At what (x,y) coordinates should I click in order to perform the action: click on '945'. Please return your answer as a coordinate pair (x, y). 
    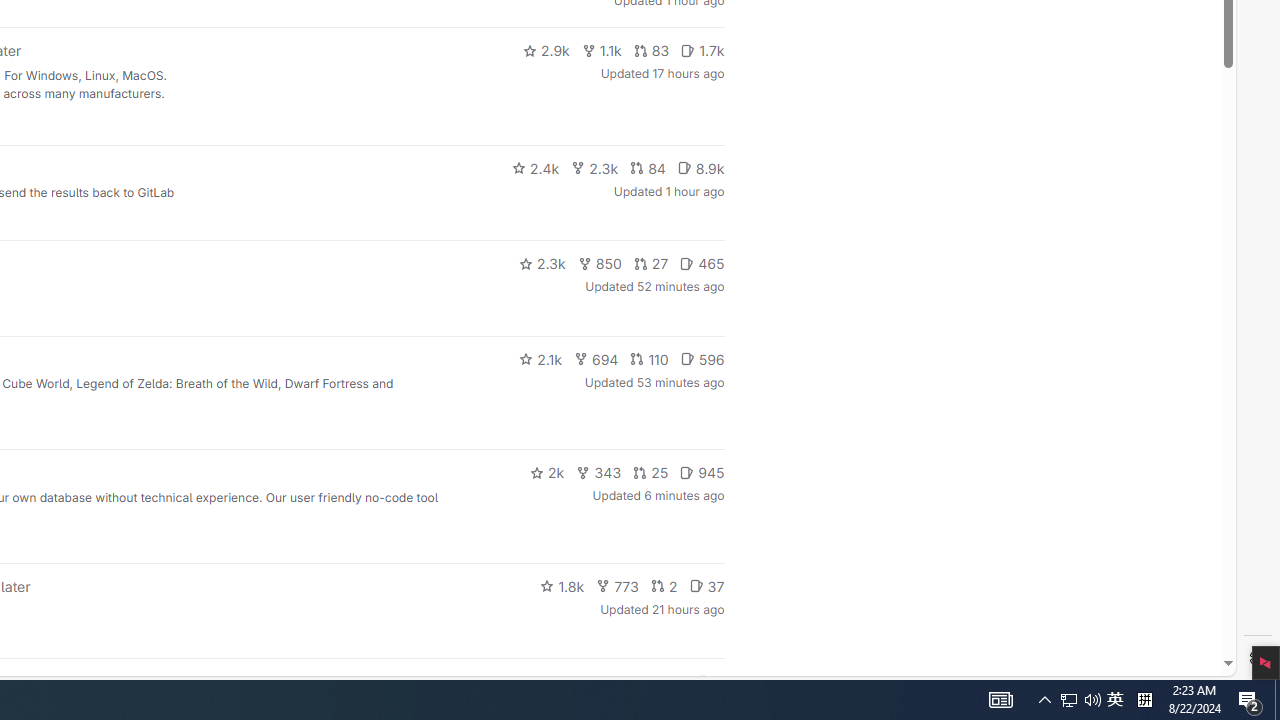
    Looking at the image, I should click on (702, 473).